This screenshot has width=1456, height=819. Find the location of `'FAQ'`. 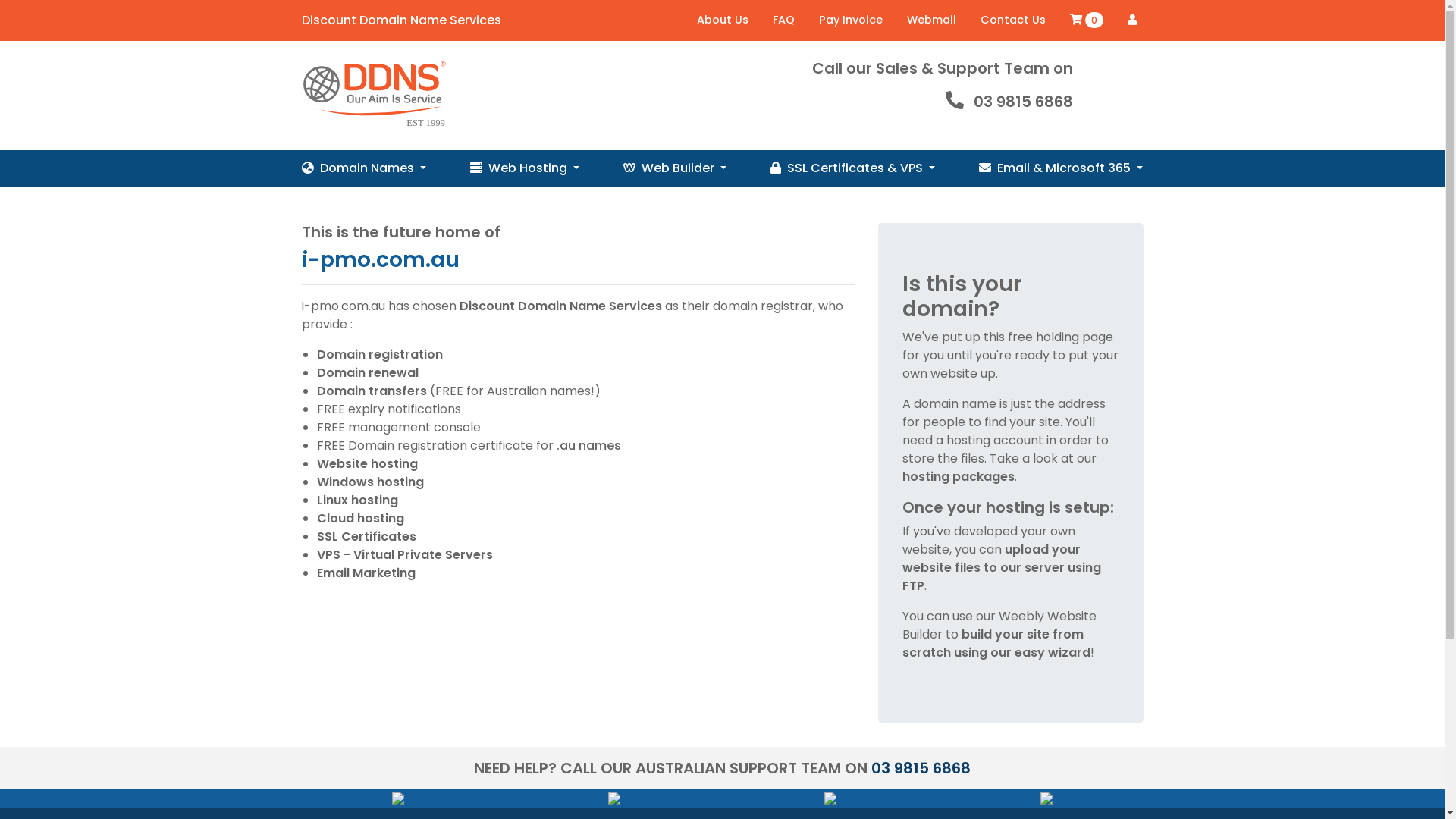

'FAQ' is located at coordinates (783, 20).